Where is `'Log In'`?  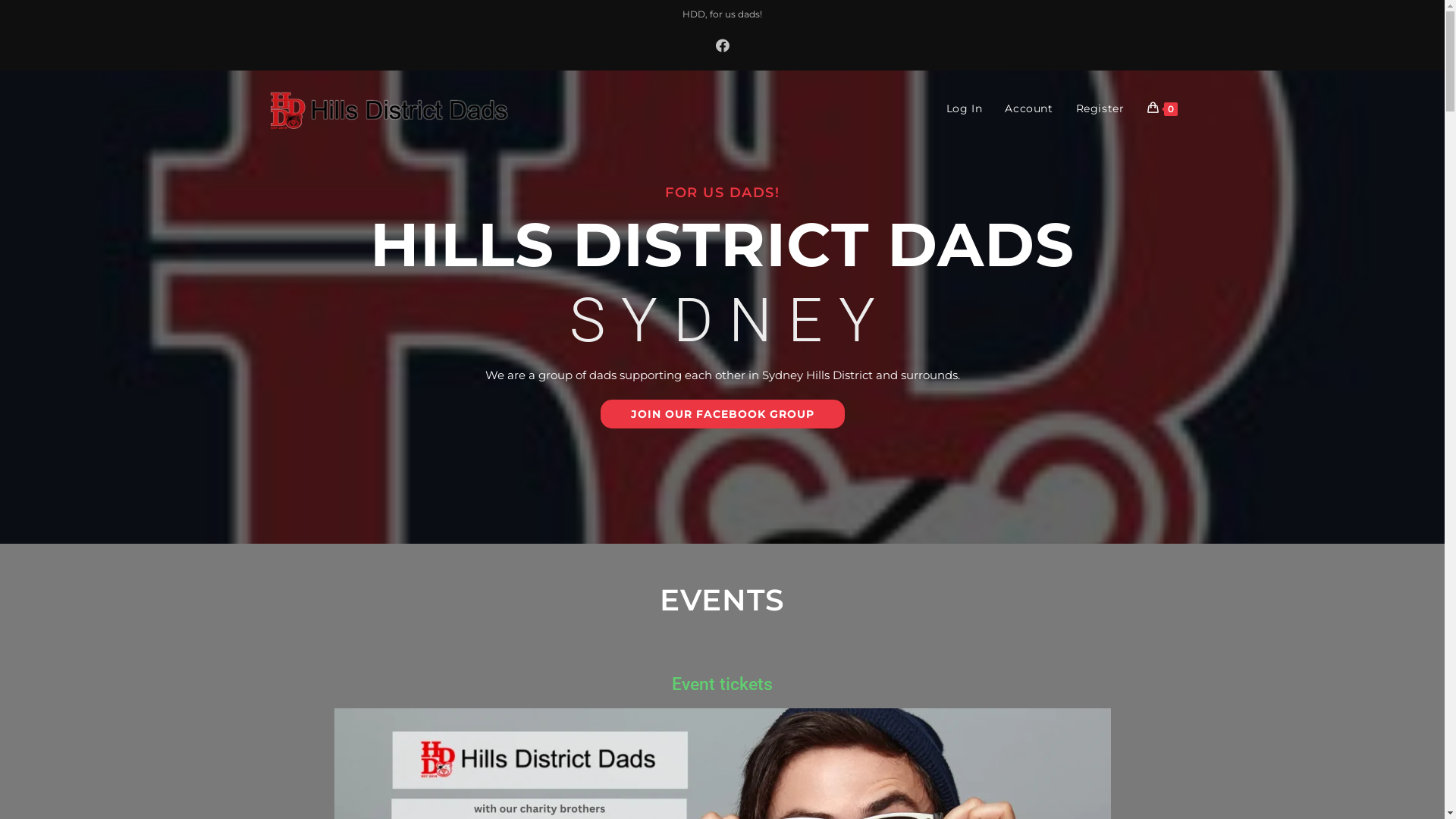
'Log In' is located at coordinates (964, 107).